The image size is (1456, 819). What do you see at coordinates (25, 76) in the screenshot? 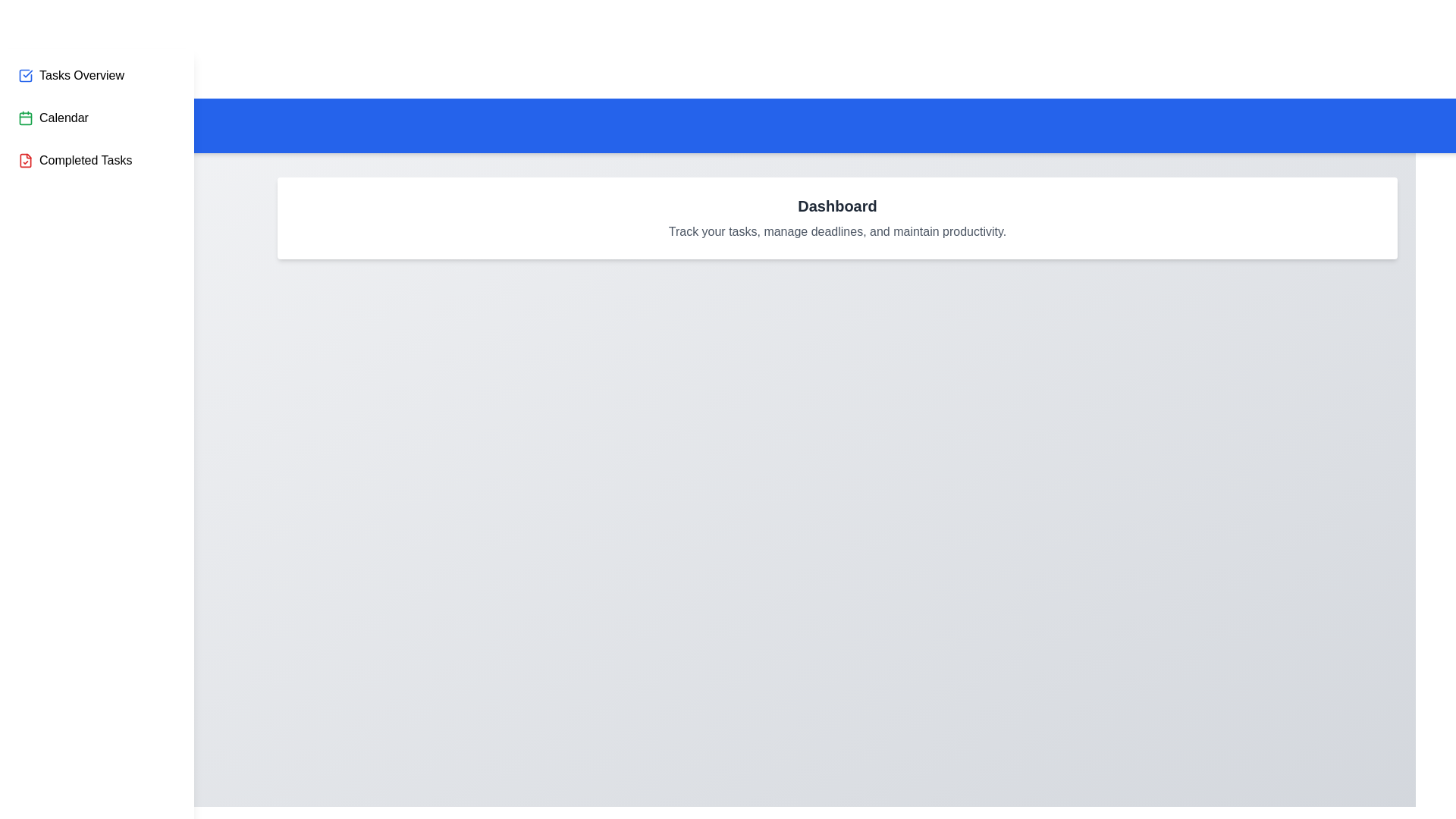
I see `the blue-bordered, white-filled square icon with a checkmark inside, located to the left of the 'Tasks Overview' text in the vertical navigation menu` at bounding box center [25, 76].